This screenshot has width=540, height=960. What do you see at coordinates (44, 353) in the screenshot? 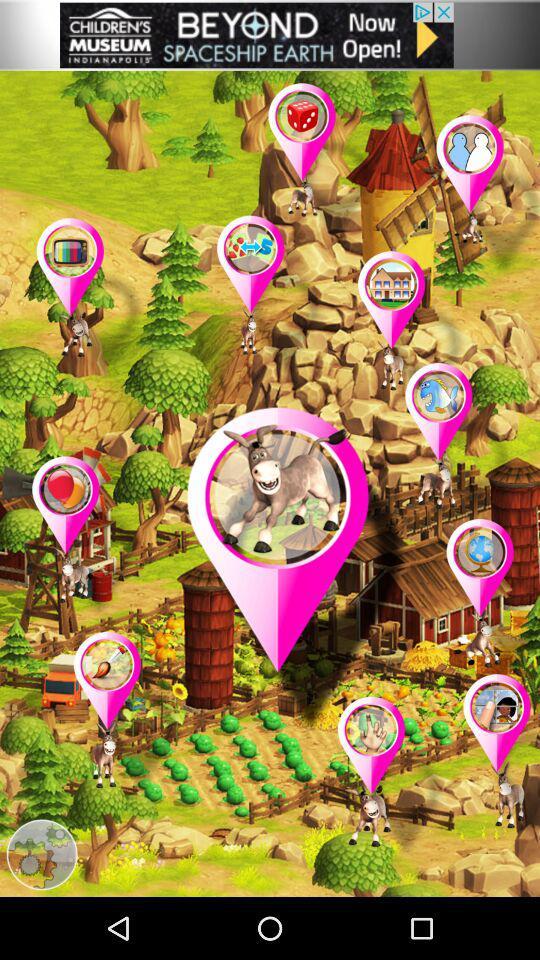
I see `the location icon` at bounding box center [44, 353].